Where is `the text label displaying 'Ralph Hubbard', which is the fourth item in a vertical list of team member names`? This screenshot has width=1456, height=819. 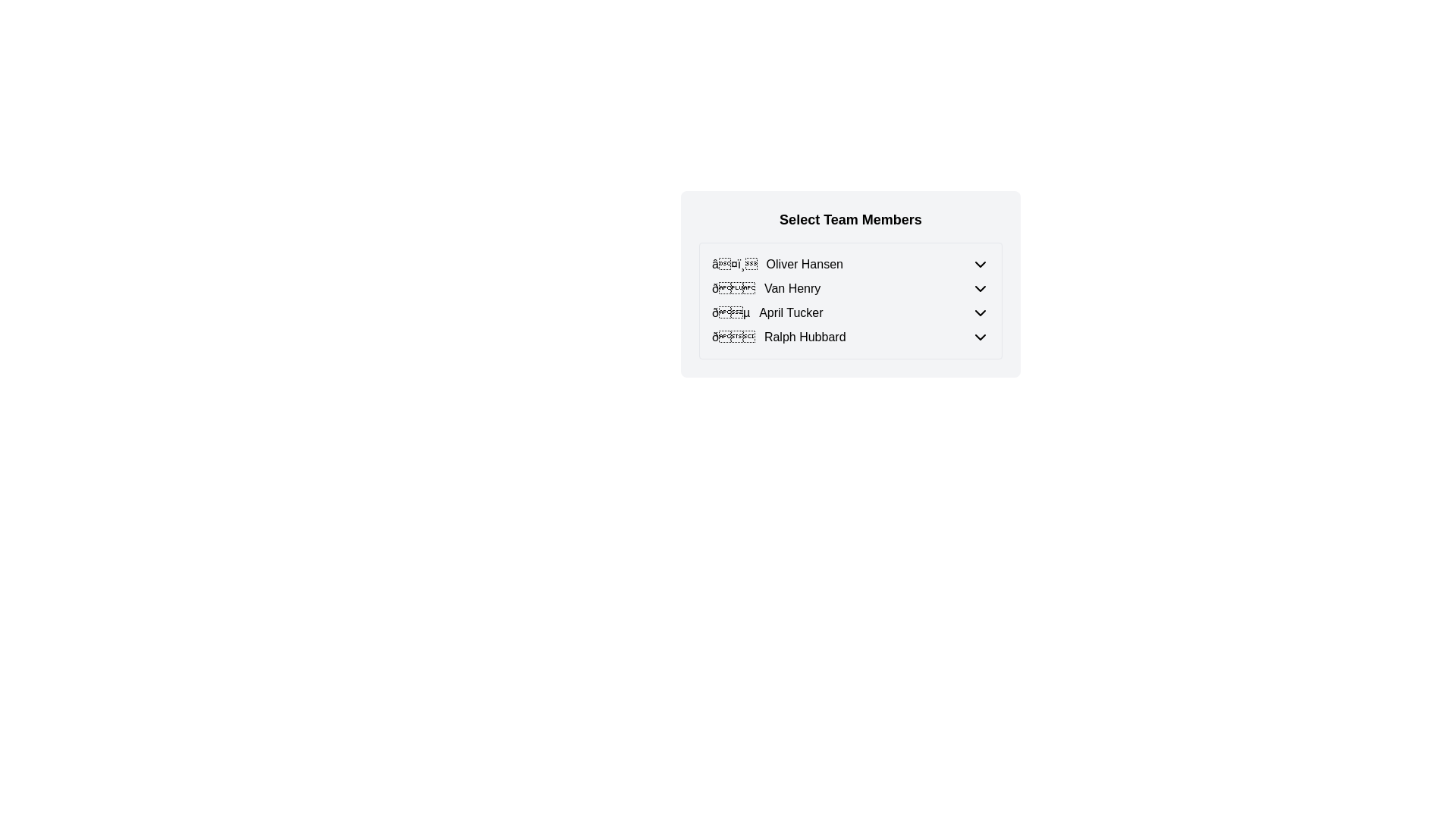 the text label displaying 'Ralph Hubbard', which is the fourth item in a vertical list of team member names is located at coordinates (804, 336).